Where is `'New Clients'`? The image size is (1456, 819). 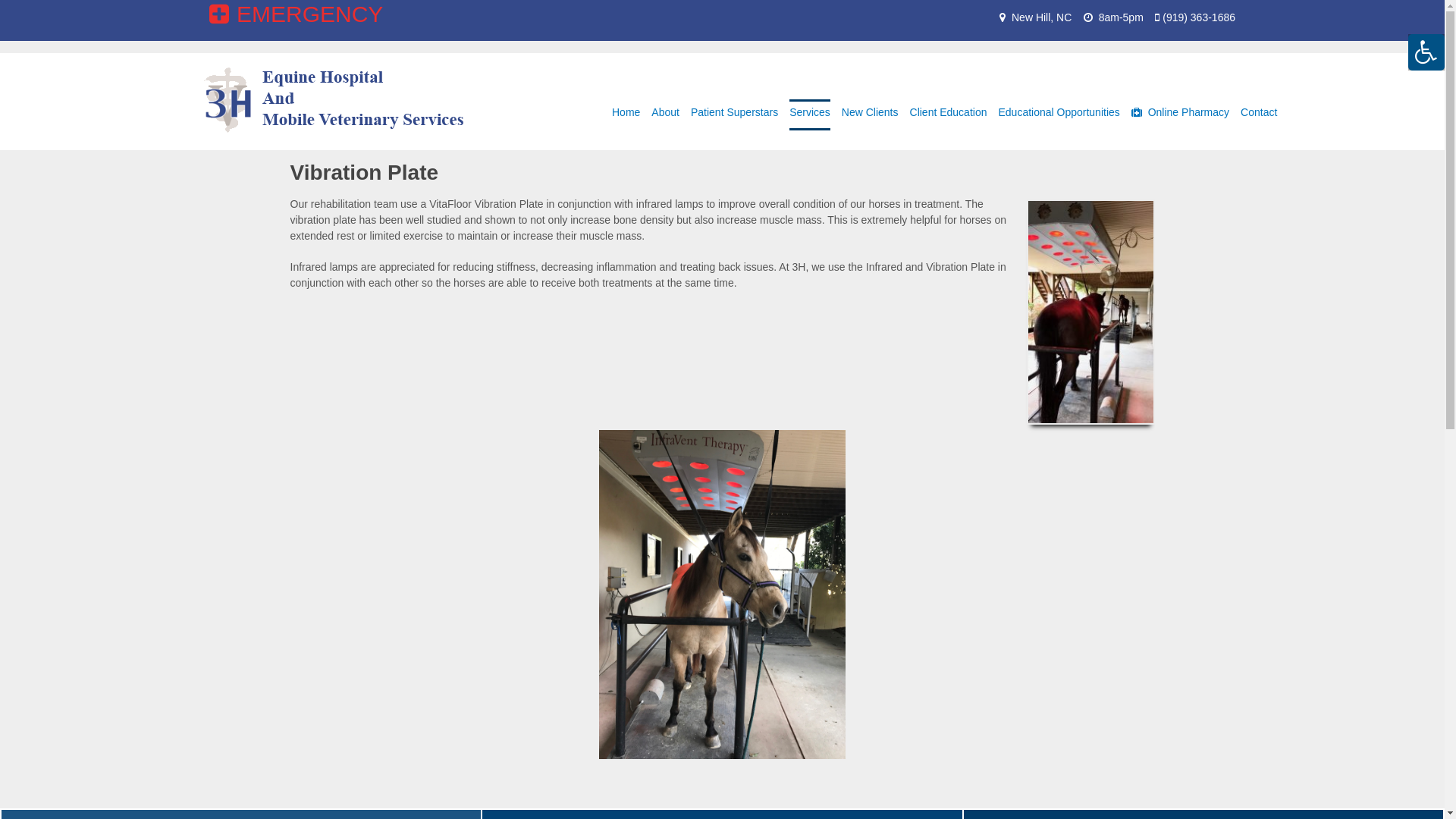
'New Clients' is located at coordinates (840, 118).